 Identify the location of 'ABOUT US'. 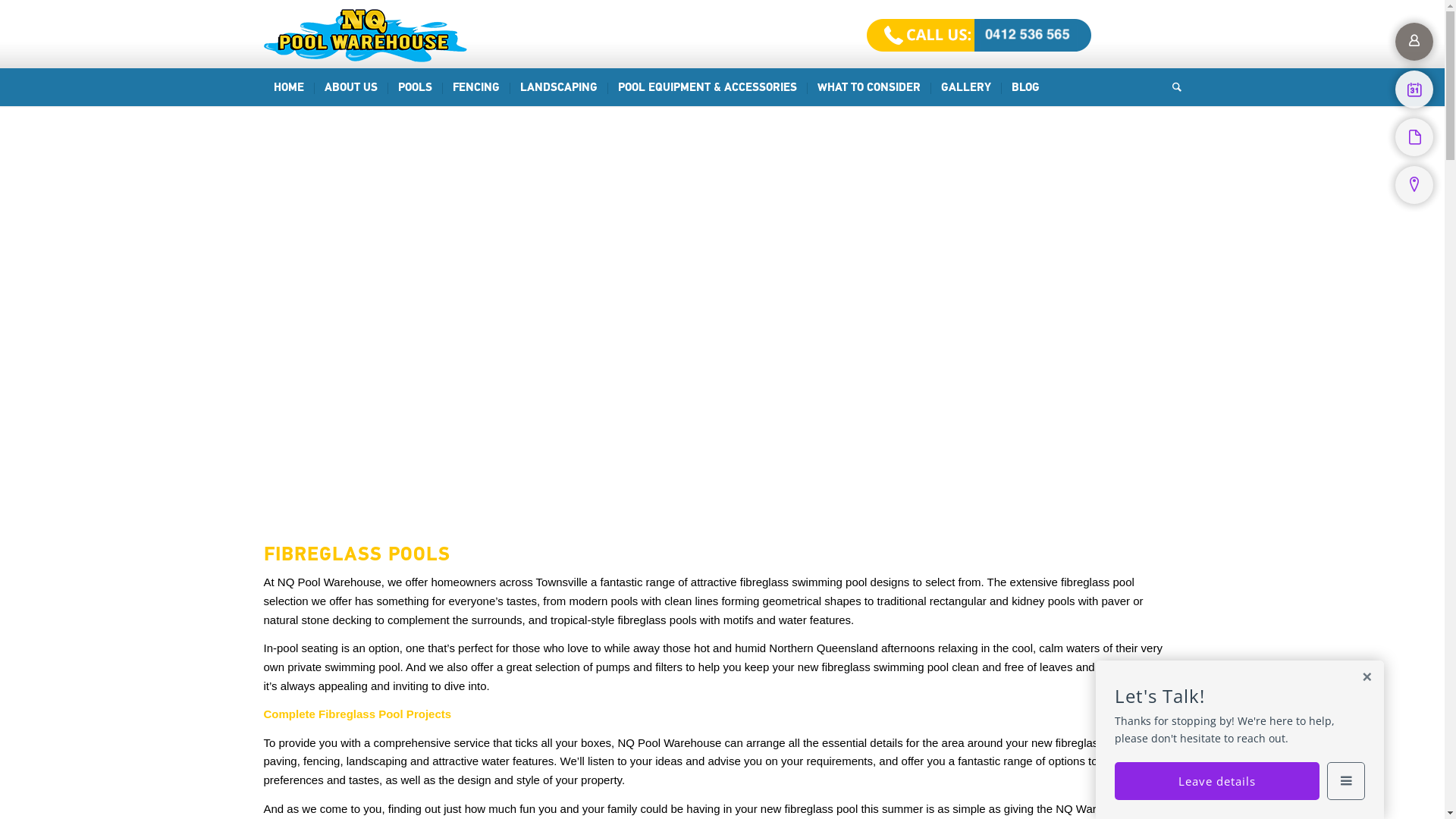
(350, 87).